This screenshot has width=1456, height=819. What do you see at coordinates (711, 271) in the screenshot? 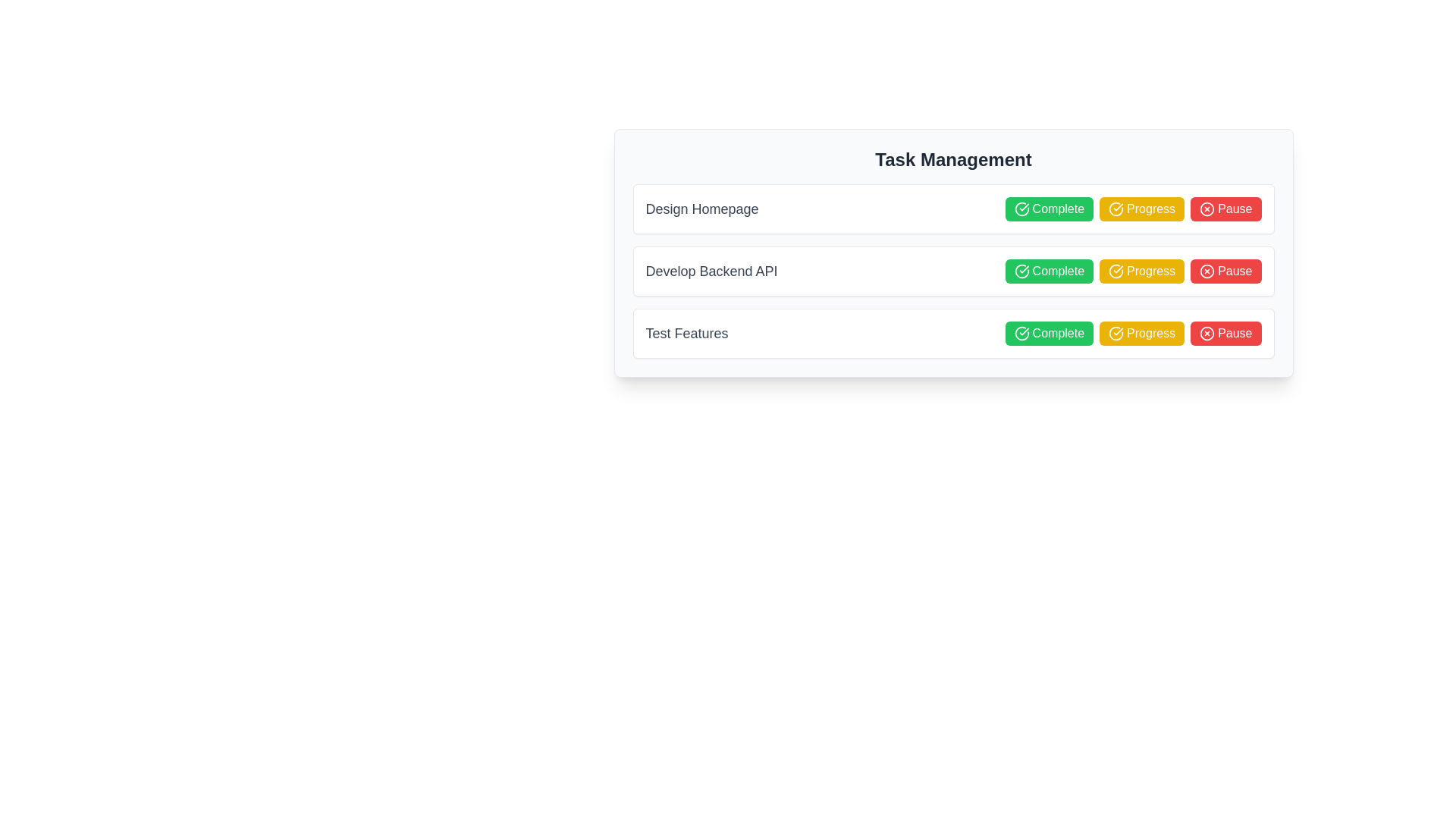
I see `the text label 'Develop Backend API' which is styled with a large font size and medium weight, located in the middle row of a task list card layout` at bounding box center [711, 271].